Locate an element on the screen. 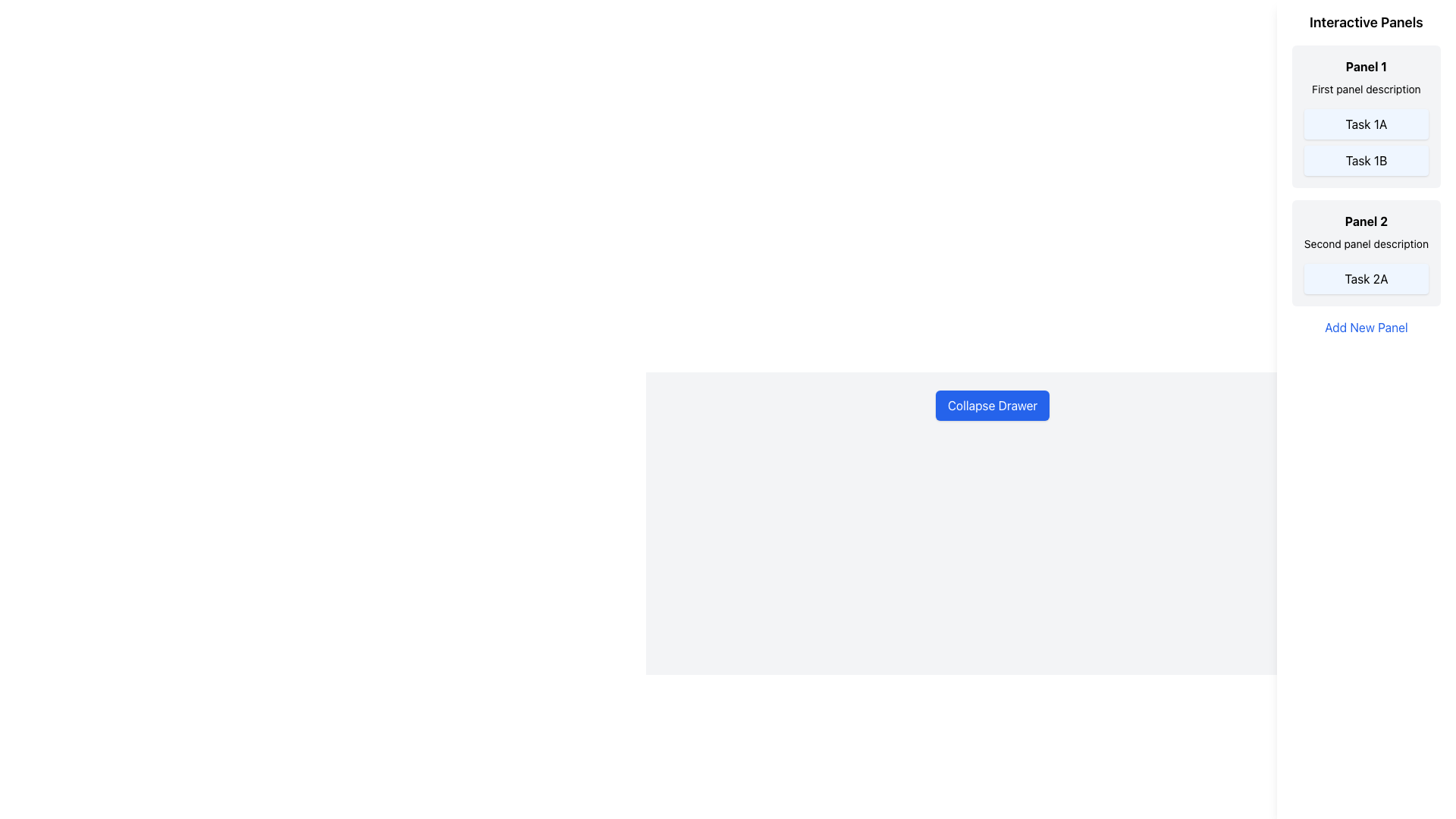 This screenshot has width=1456, height=819. the second panel with a light gray background, bold title, and blue button text is located at coordinates (1366, 253).